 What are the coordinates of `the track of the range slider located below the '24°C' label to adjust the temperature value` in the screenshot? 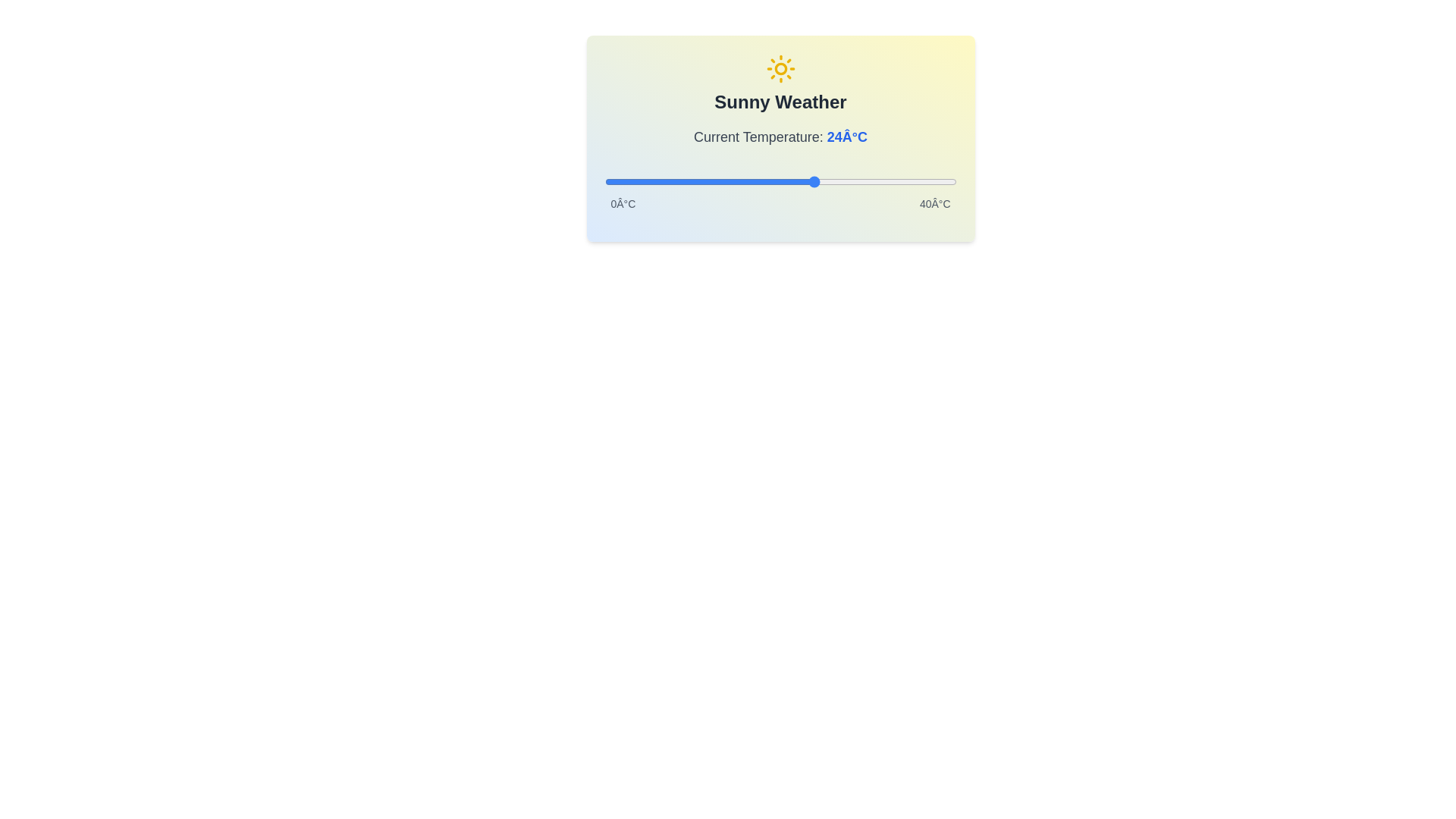 It's located at (780, 180).